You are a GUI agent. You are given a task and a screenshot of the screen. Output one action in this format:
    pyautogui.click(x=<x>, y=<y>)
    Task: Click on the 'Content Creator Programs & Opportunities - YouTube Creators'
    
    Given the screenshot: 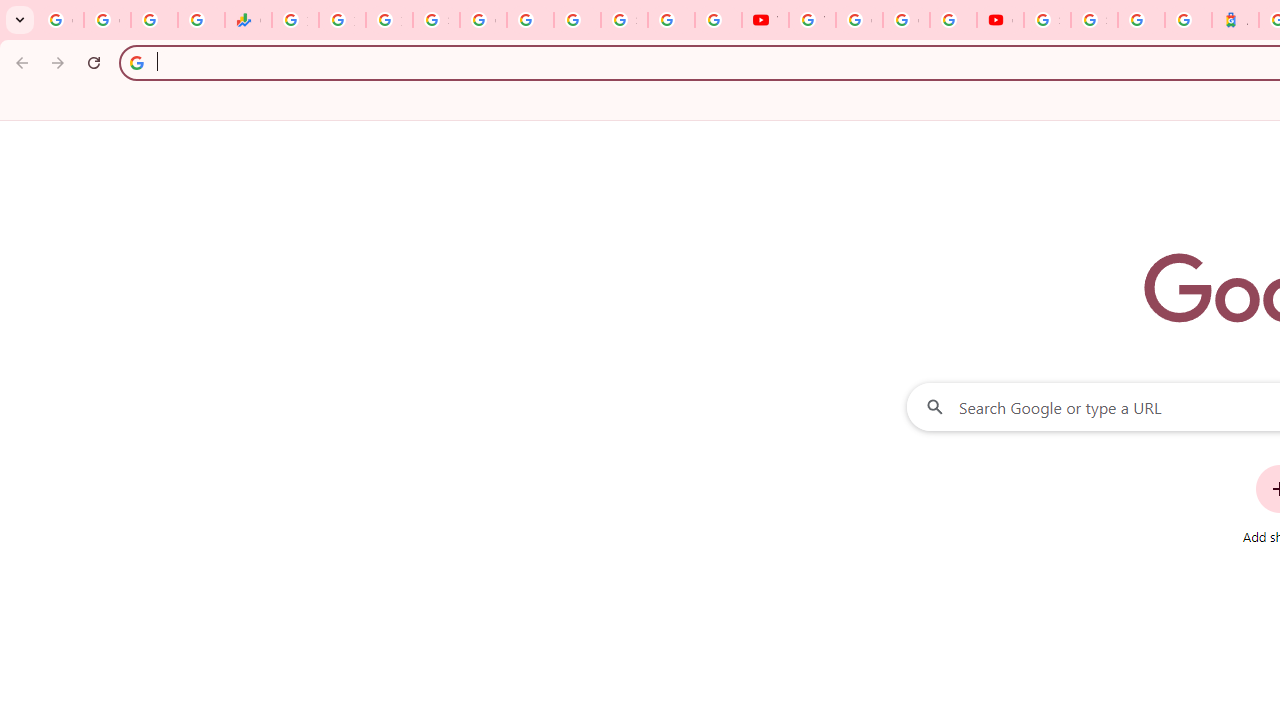 What is the action you would take?
    pyautogui.click(x=1000, y=20)
    